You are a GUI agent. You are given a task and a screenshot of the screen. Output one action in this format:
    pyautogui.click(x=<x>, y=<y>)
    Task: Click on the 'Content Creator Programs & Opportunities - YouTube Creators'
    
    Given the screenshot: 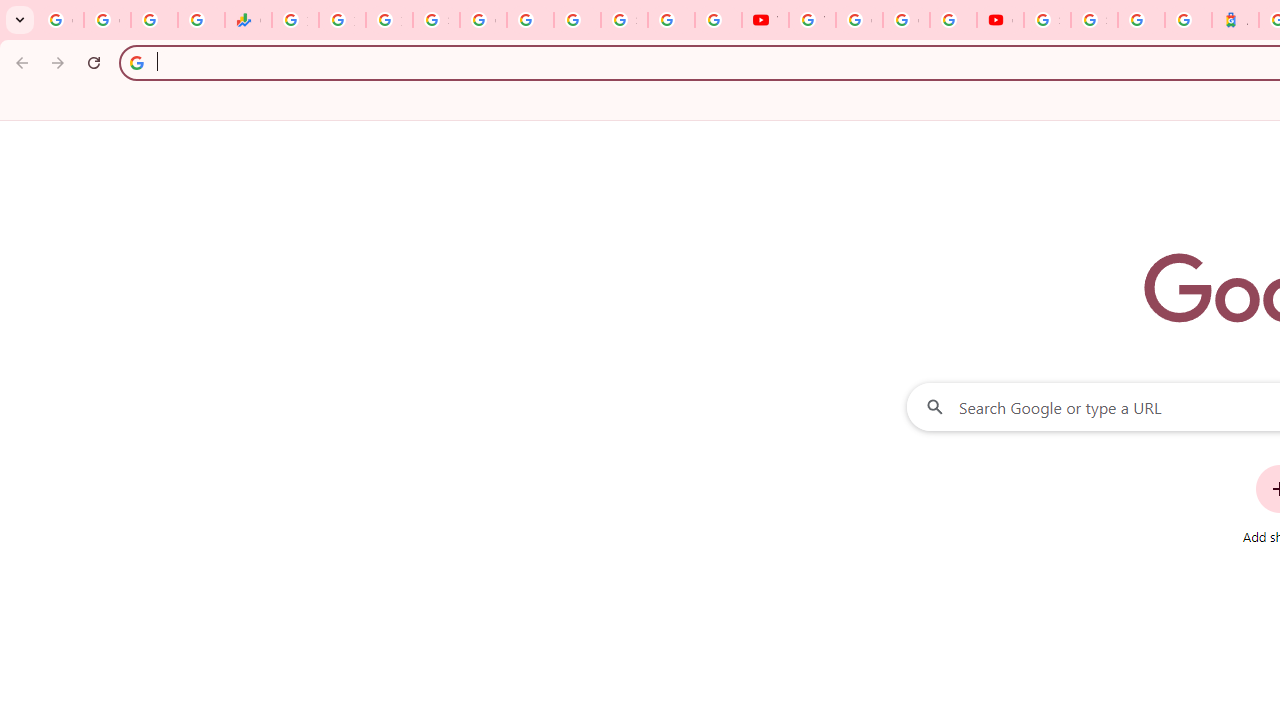 What is the action you would take?
    pyautogui.click(x=1000, y=20)
    